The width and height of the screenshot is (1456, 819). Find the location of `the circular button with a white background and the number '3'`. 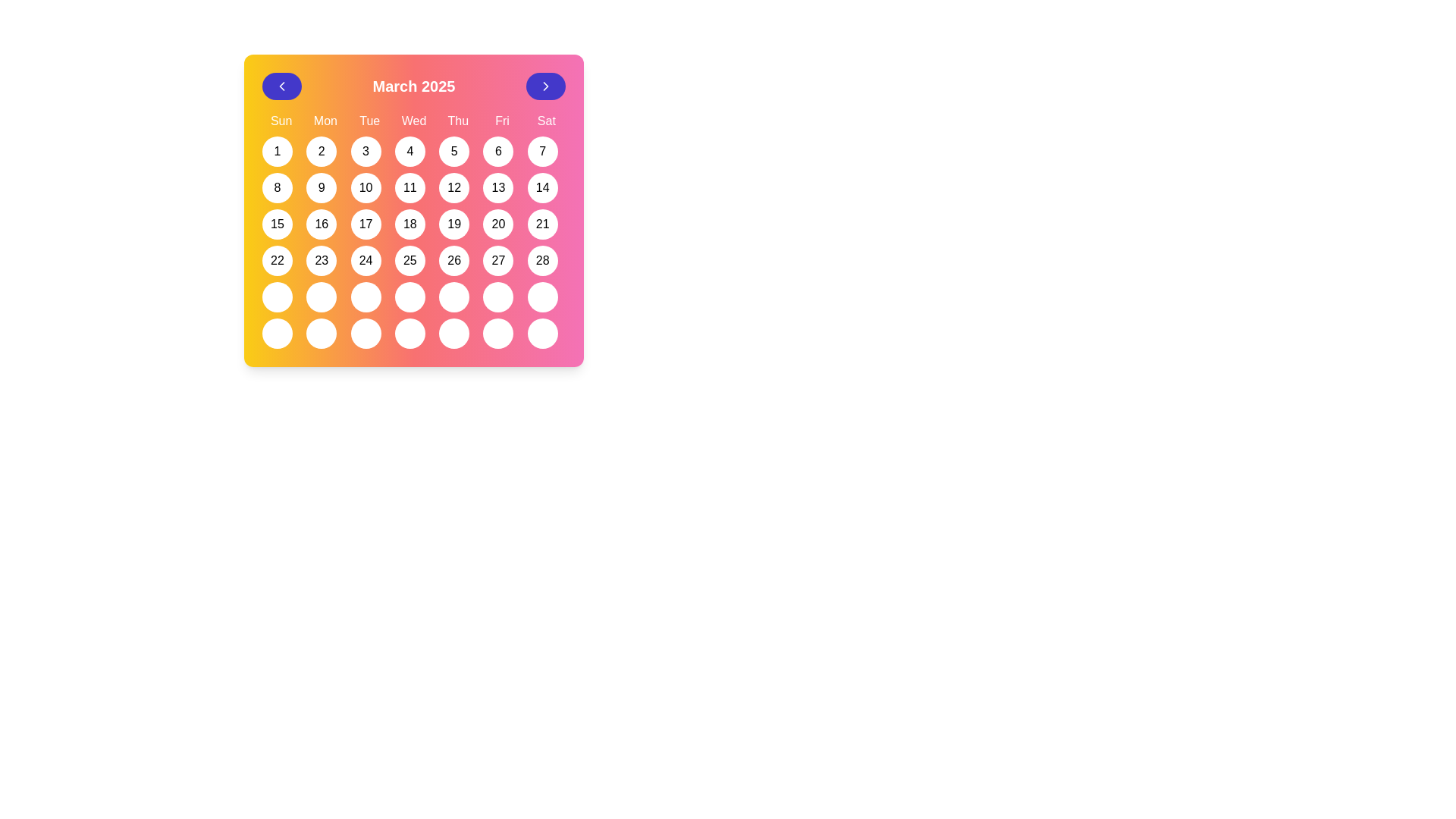

the circular button with a white background and the number '3' is located at coordinates (366, 152).